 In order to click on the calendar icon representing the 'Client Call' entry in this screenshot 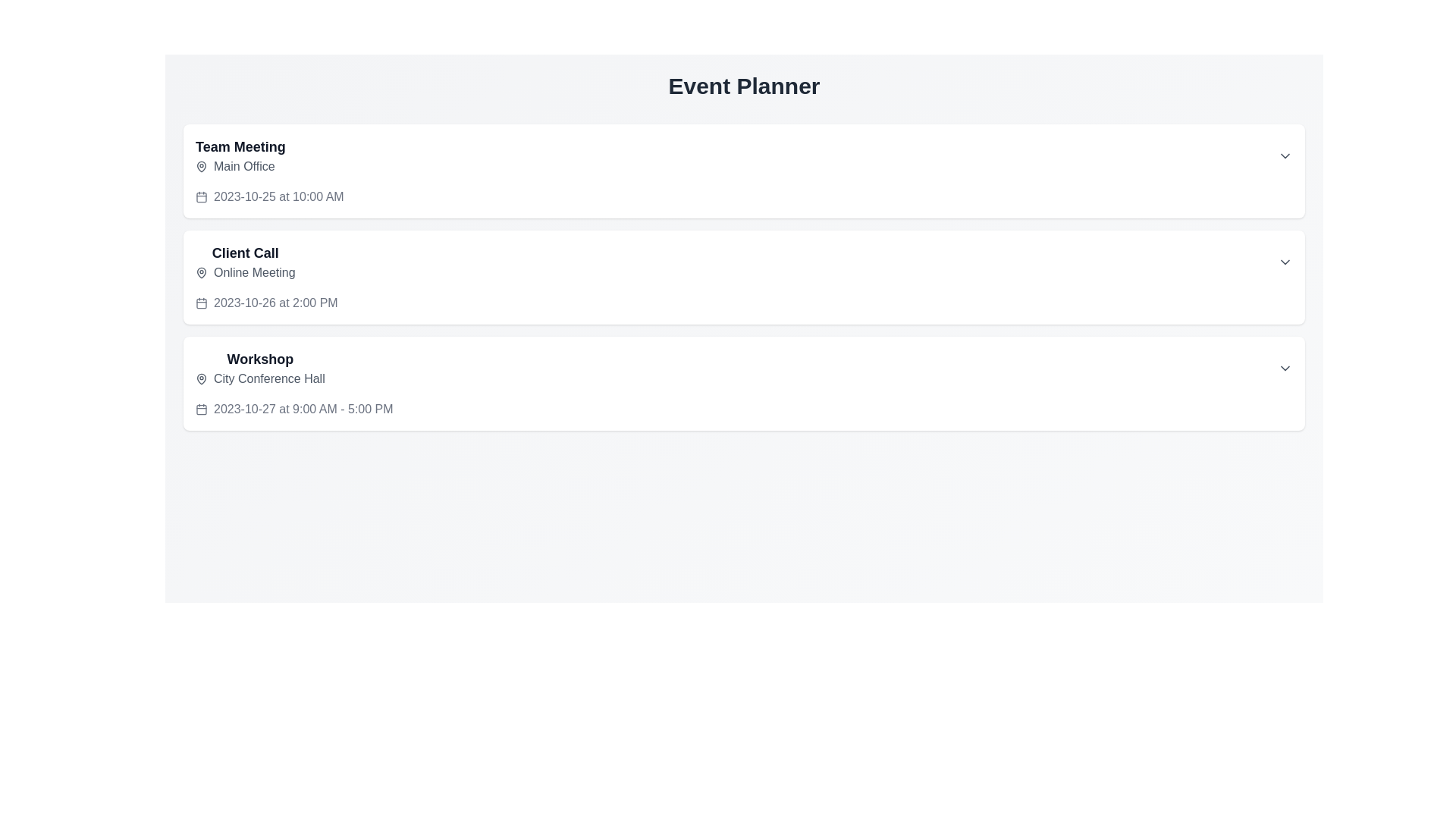, I will do `click(200, 303)`.